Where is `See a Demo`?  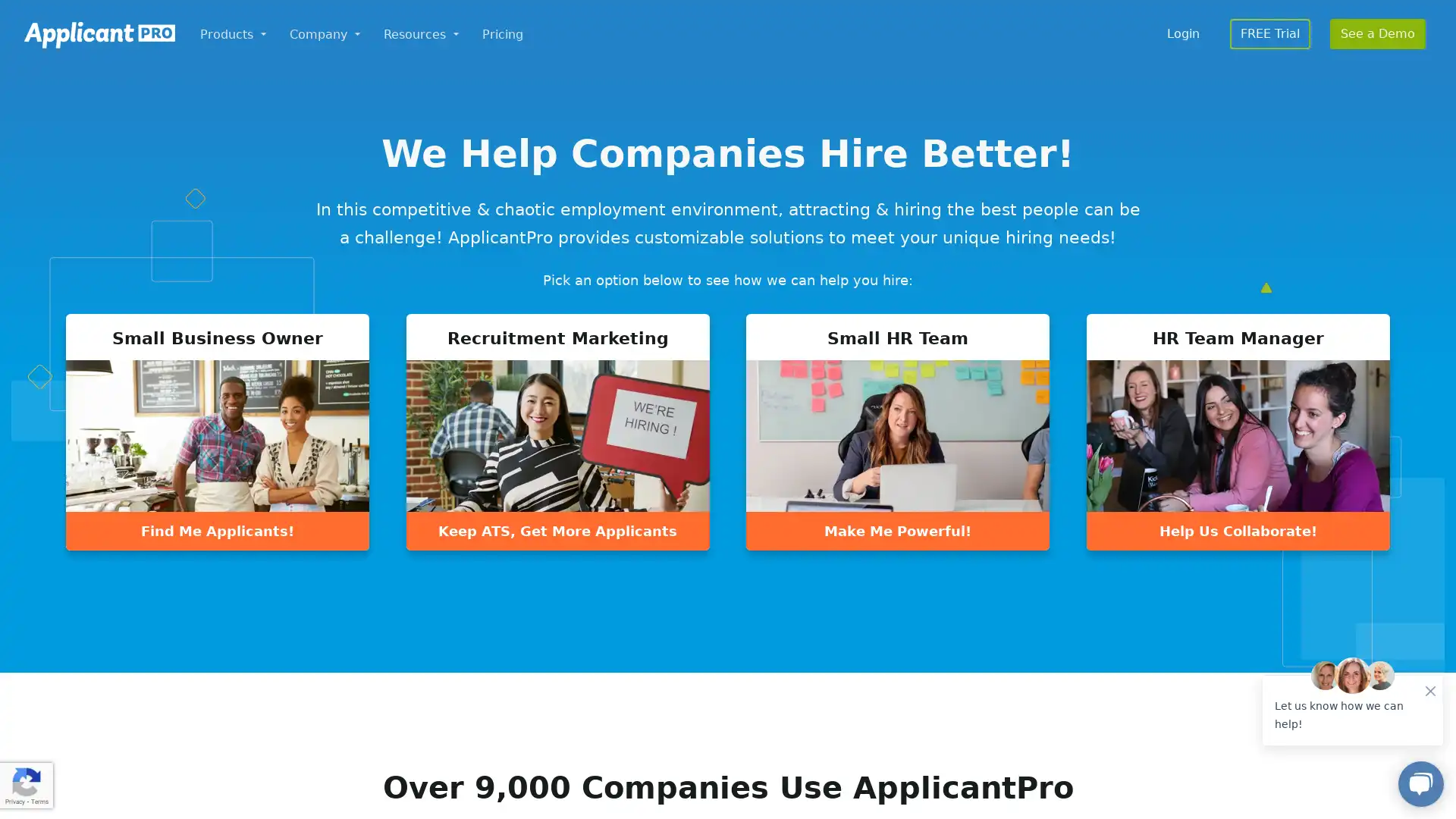
See a Demo is located at coordinates (1378, 34).